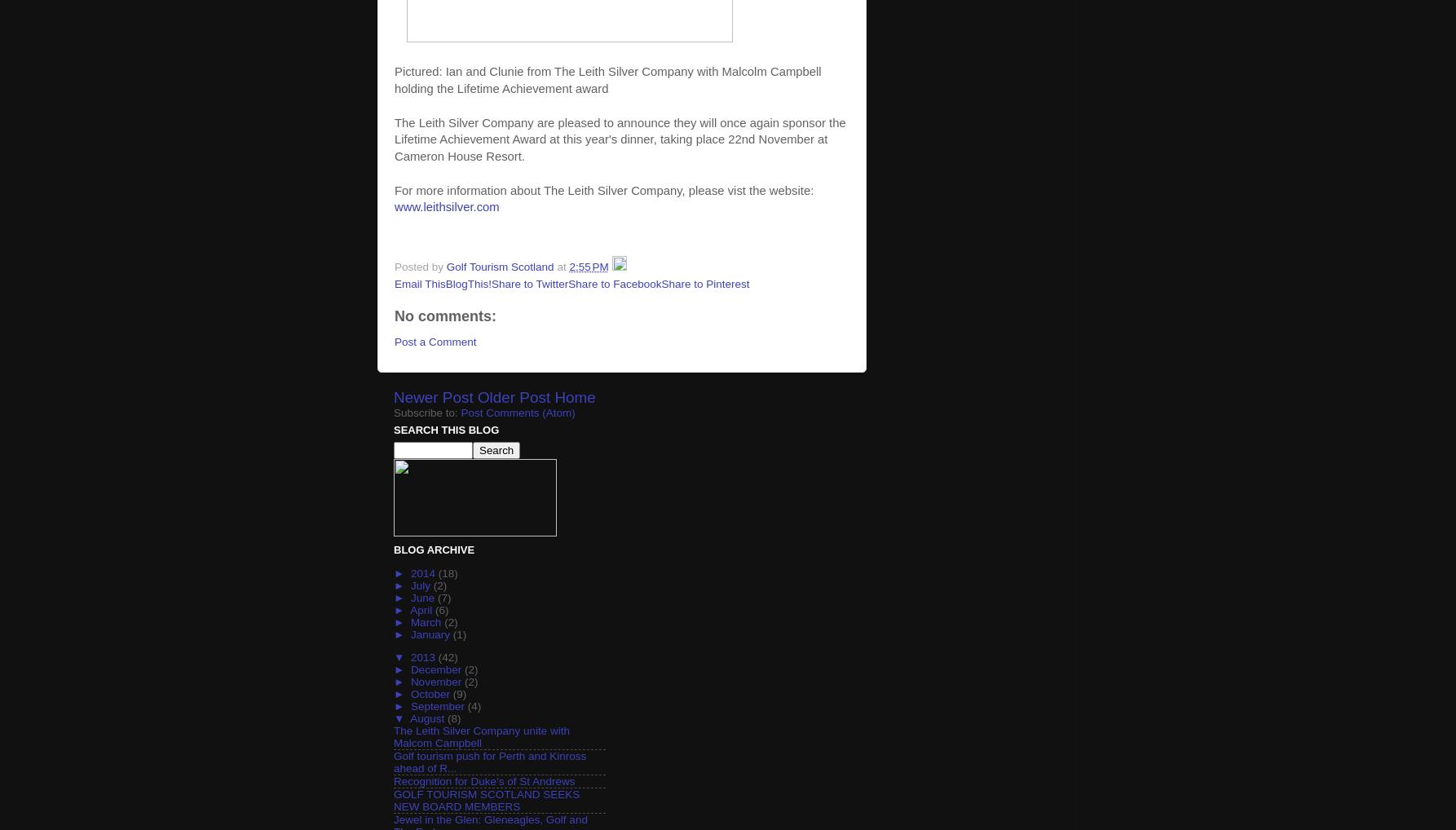  What do you see at coordinates (430, 693) in the screenshot?
I see `'October'` at bounding box center [430, 693].